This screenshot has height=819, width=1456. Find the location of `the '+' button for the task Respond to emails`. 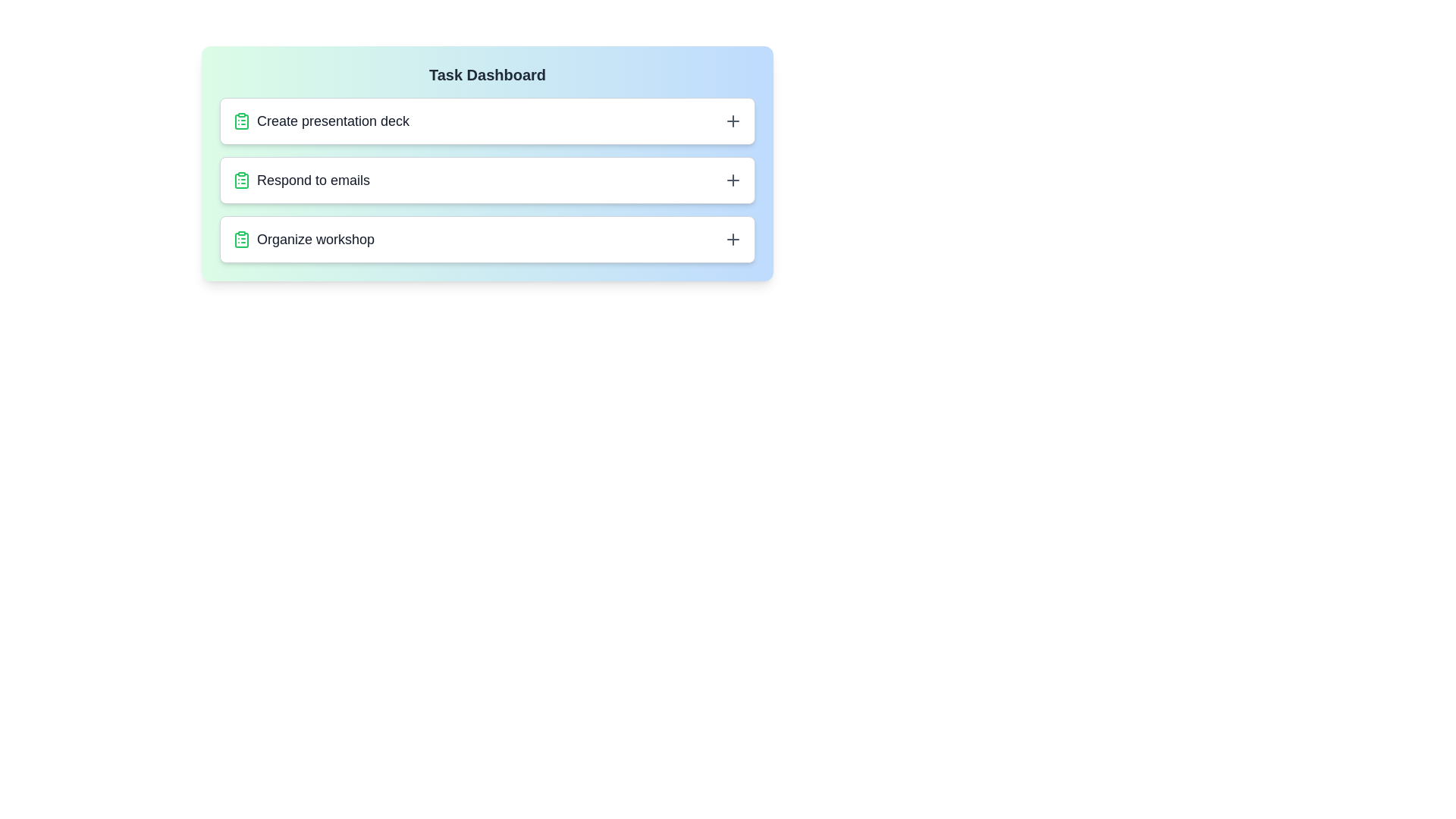

the '+' button for the task Respond to emails is located at coordinates (733, 180).